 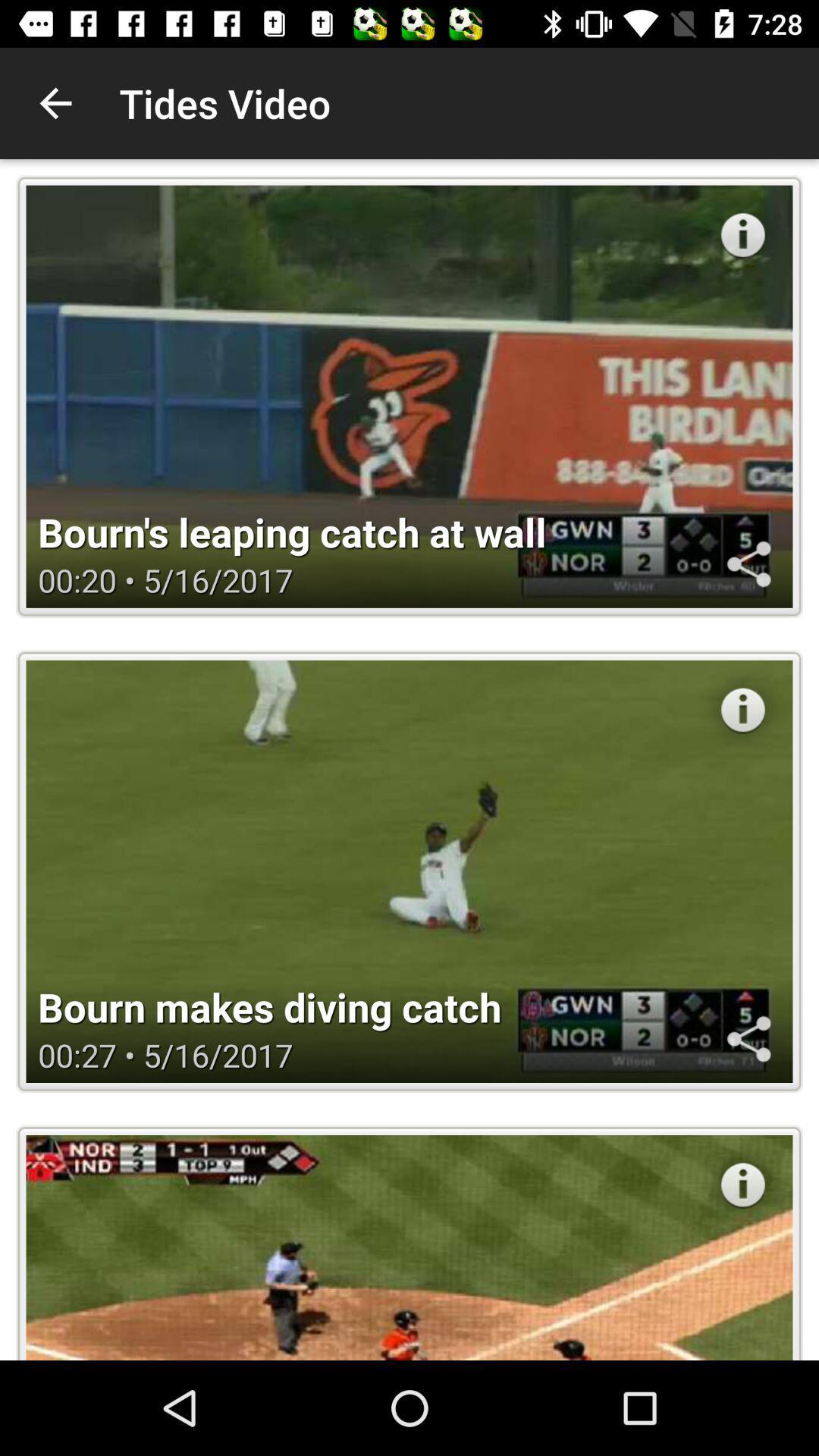 What do you see at coordinates (742, 709) in the screenshot?
I see `click on the information symbol` at bounding box center [742, 709].